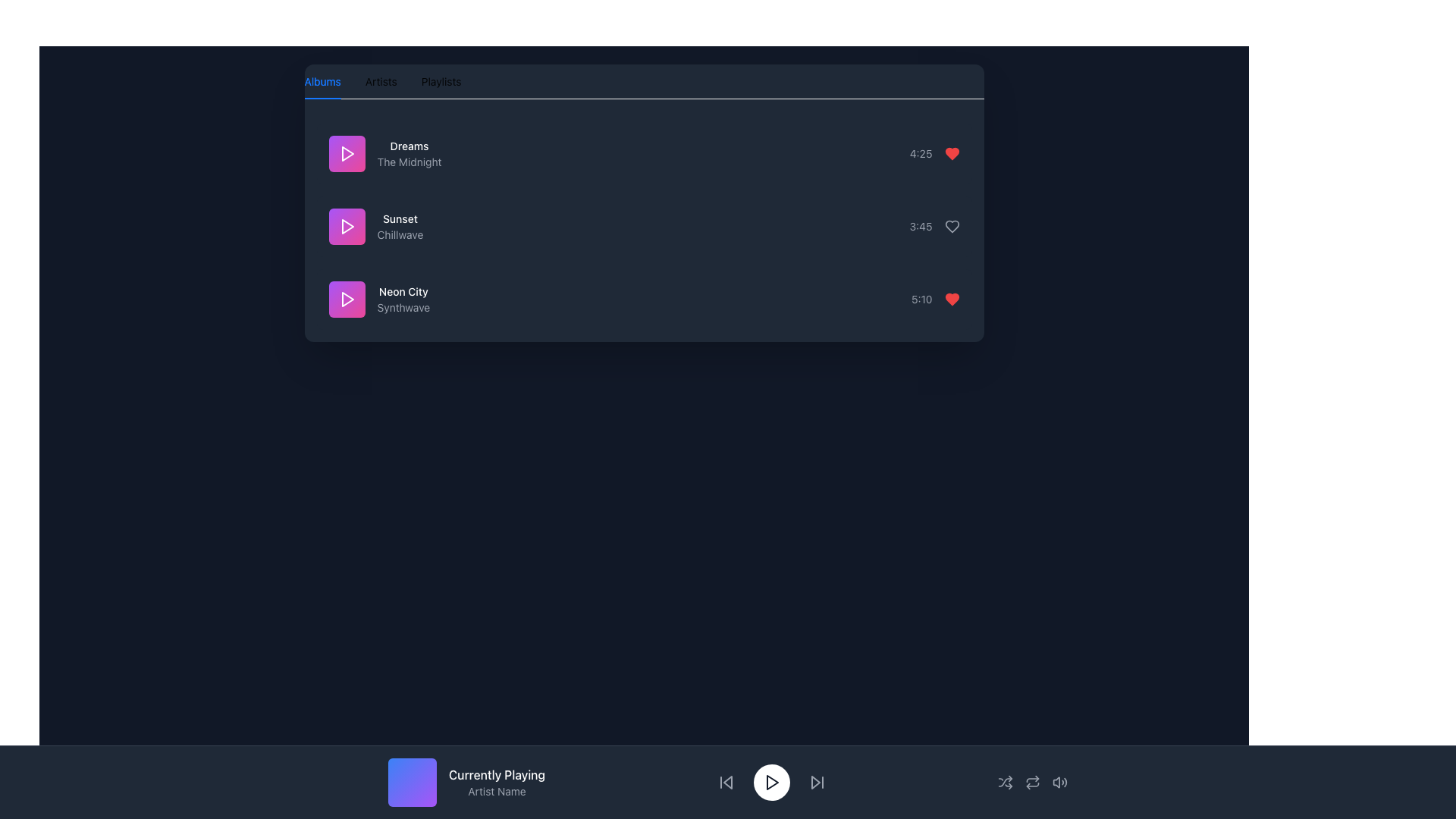  I want to click on the 'Artists' tab button, which is the second option in the horizontal navigation bar, so click(381, 82).